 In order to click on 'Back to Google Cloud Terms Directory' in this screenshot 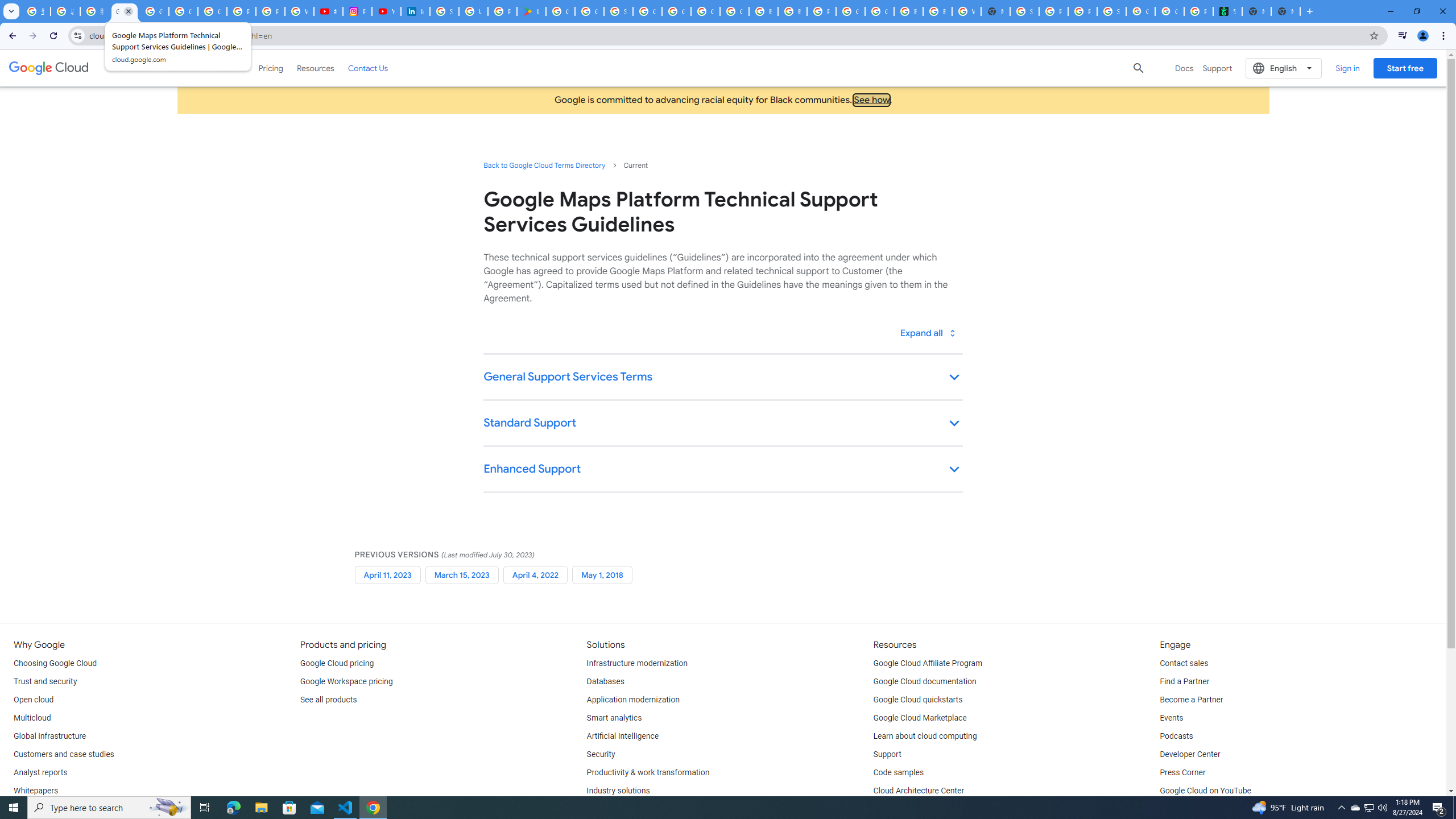, I will do `click(544, 165)`.